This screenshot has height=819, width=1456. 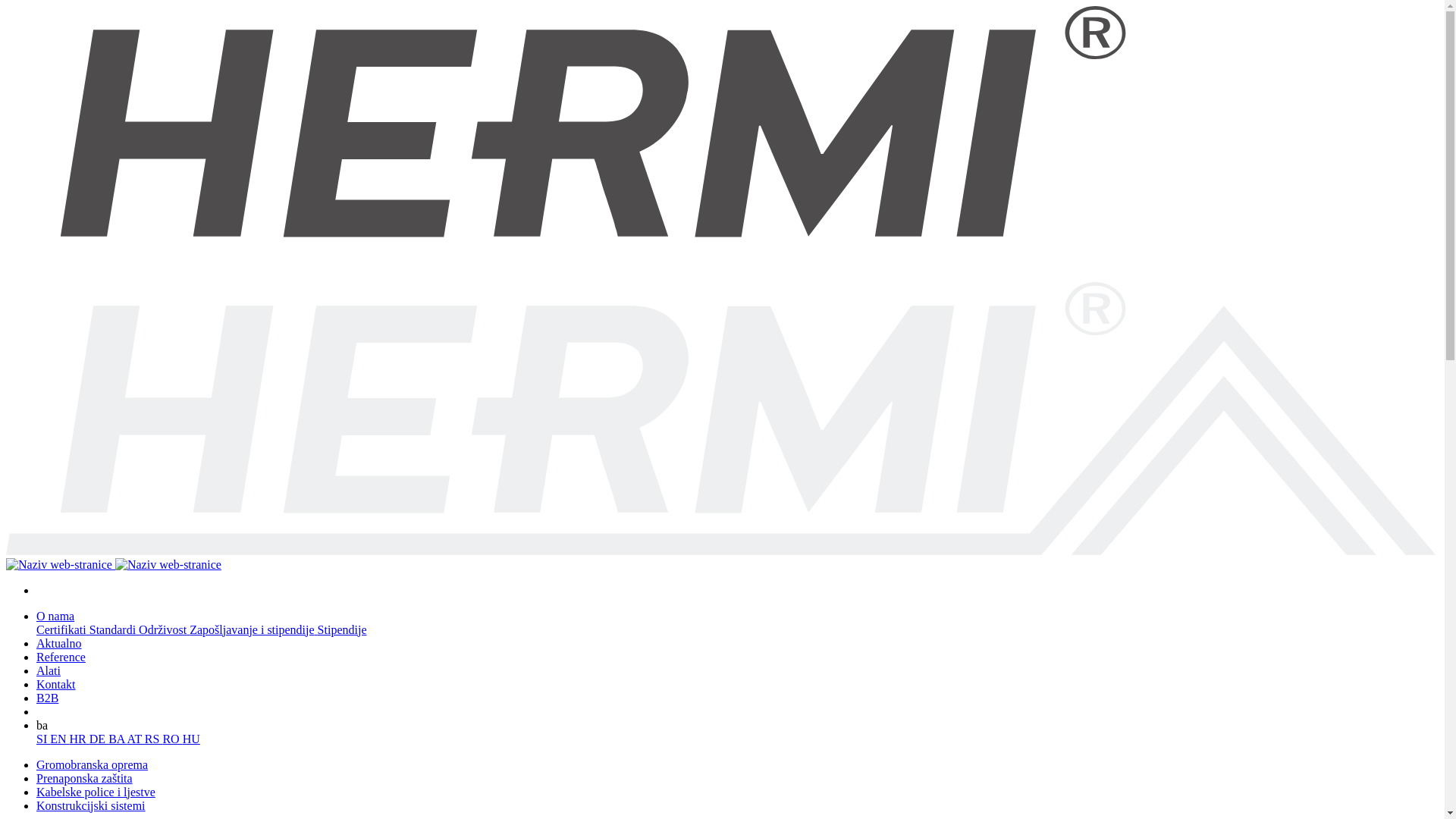 I want to click on 'Certifikati', so click(x=61, y=629).